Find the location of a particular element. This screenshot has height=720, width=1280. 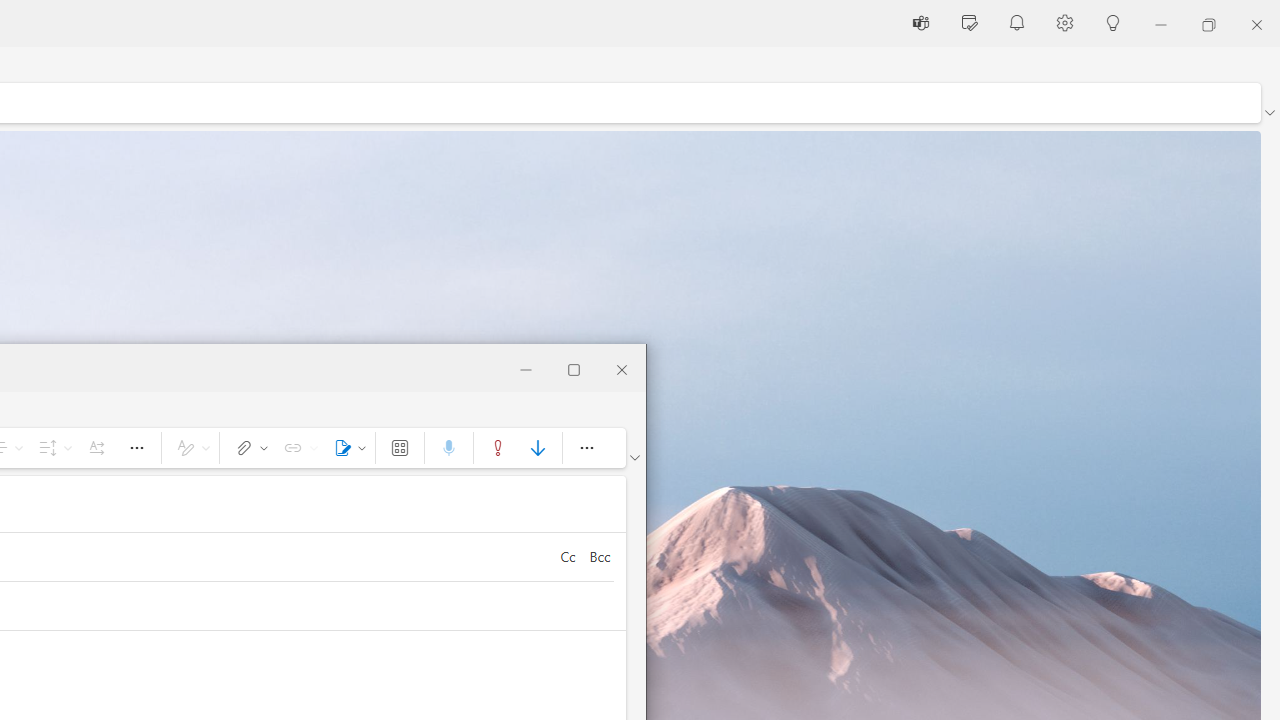

'Signature' is located at coordinates (346, 446).